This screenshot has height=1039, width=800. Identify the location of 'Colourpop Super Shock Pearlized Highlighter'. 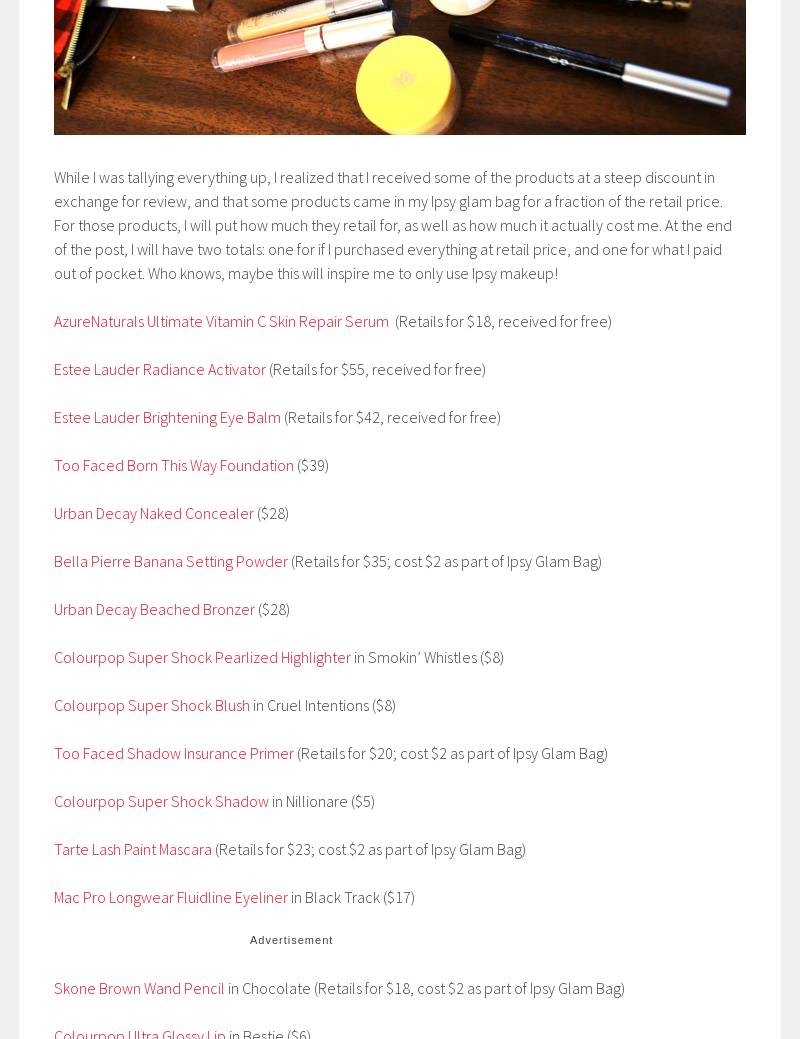
(202, 656).